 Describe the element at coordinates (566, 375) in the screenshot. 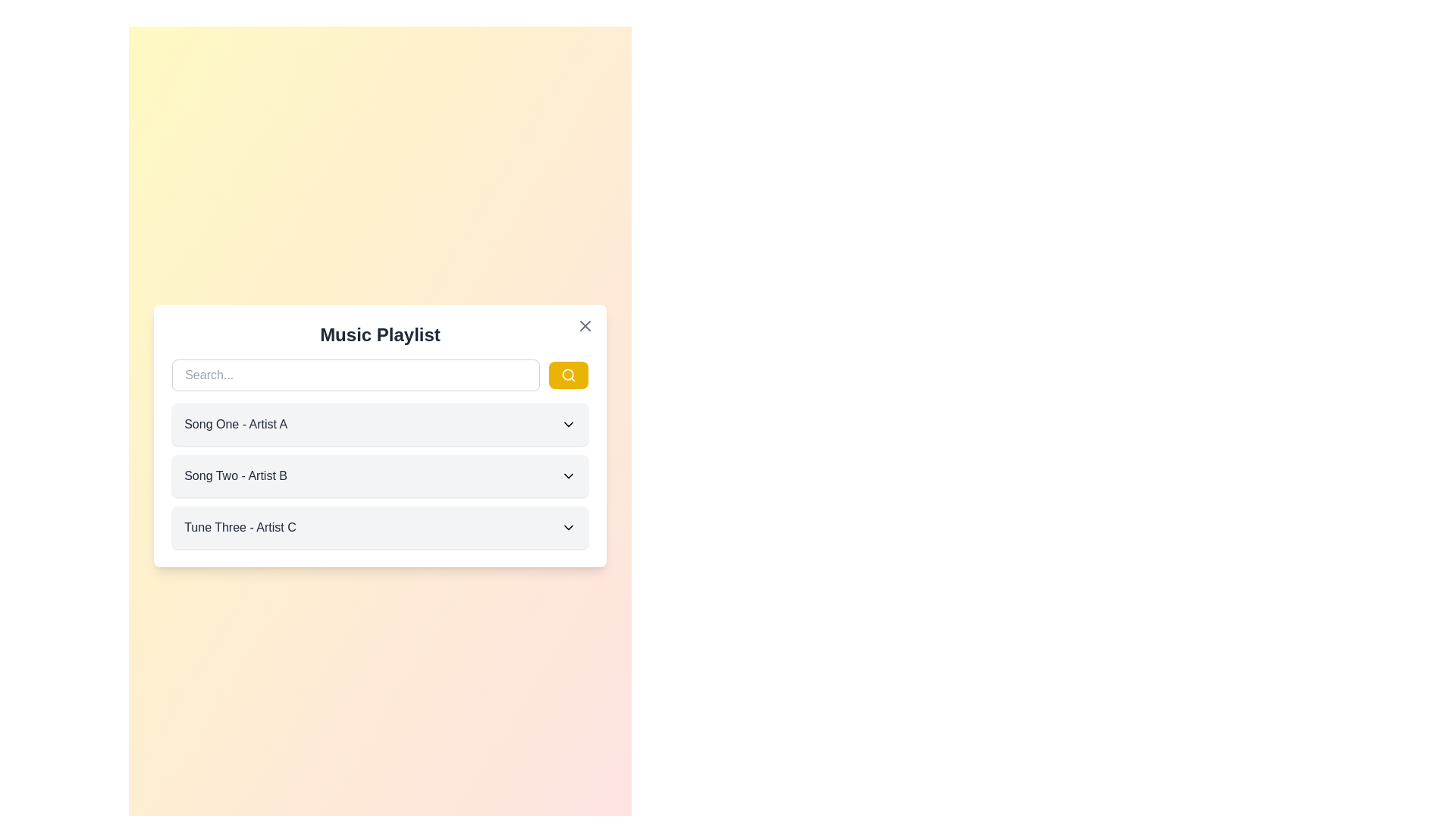

I see `the decorative circle in the center of the magnifying glass icon located in the header of the playlist interface` at that location.